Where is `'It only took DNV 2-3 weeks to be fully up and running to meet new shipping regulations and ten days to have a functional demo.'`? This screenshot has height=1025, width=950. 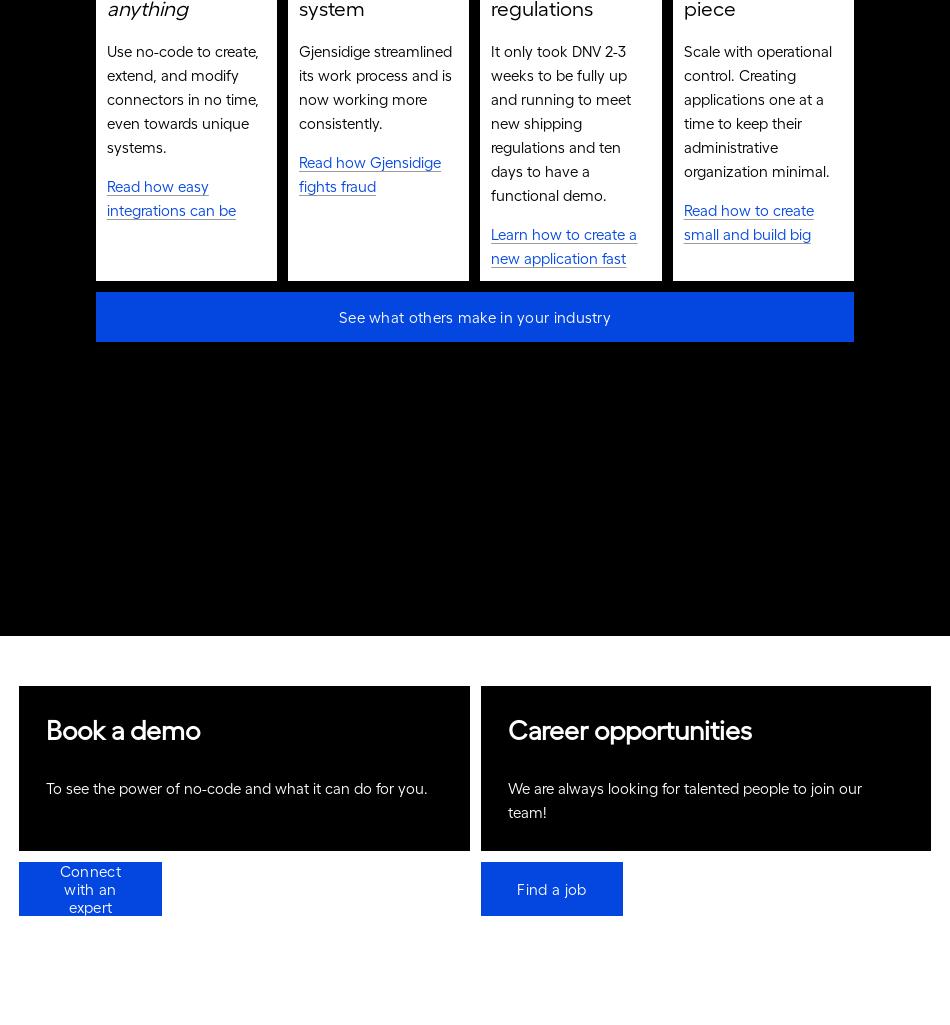 'It only took DNV 2-3 weeks to be fully up and running to meet new shipping regulations and ten days to have a functional demo.' is located at coordinates (562, 129).